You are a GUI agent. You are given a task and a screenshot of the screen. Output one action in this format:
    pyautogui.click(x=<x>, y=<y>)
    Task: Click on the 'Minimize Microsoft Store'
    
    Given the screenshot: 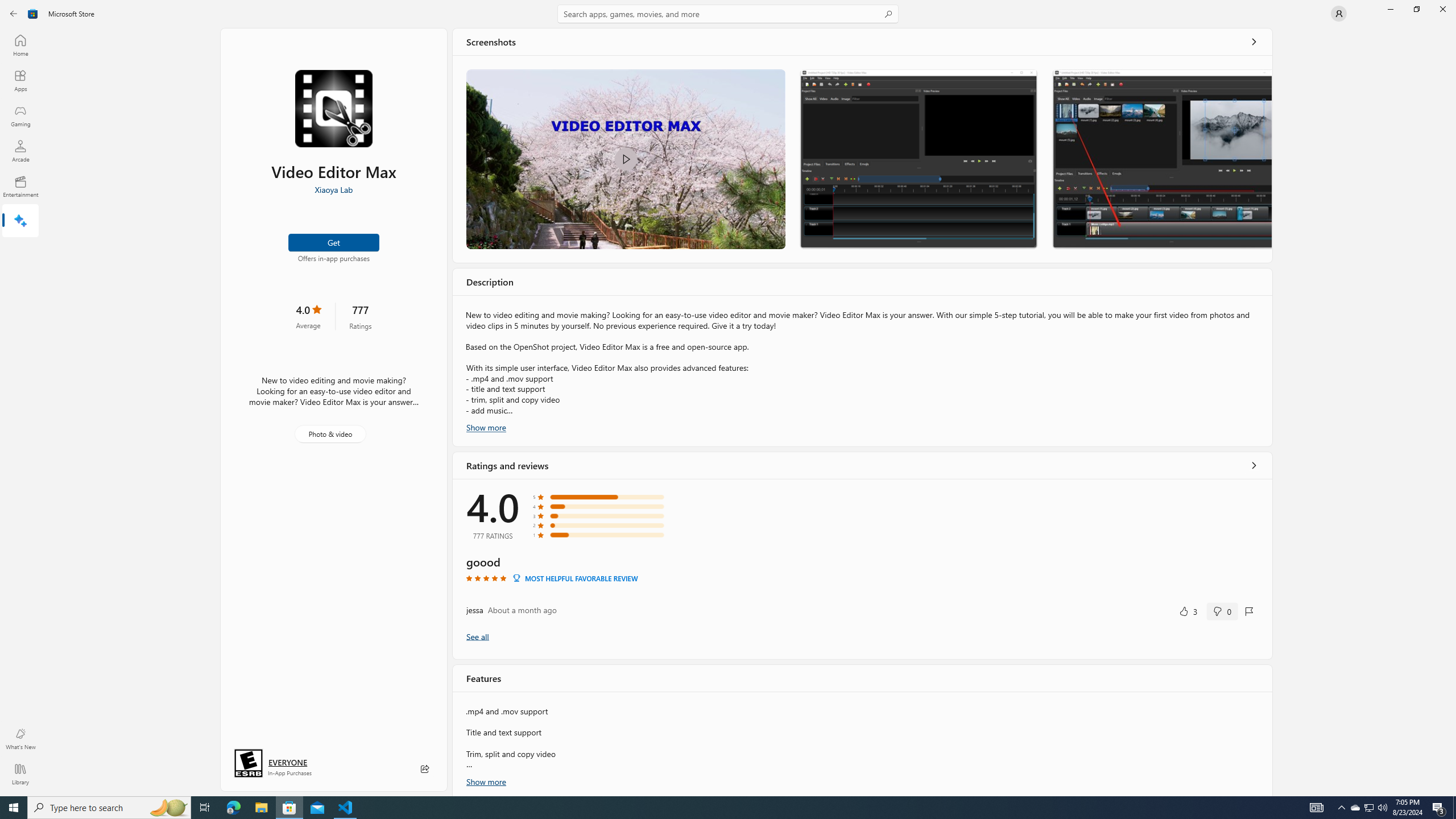 What is the action you would take?
    pyautogui.click(x=1389, y=9)
    